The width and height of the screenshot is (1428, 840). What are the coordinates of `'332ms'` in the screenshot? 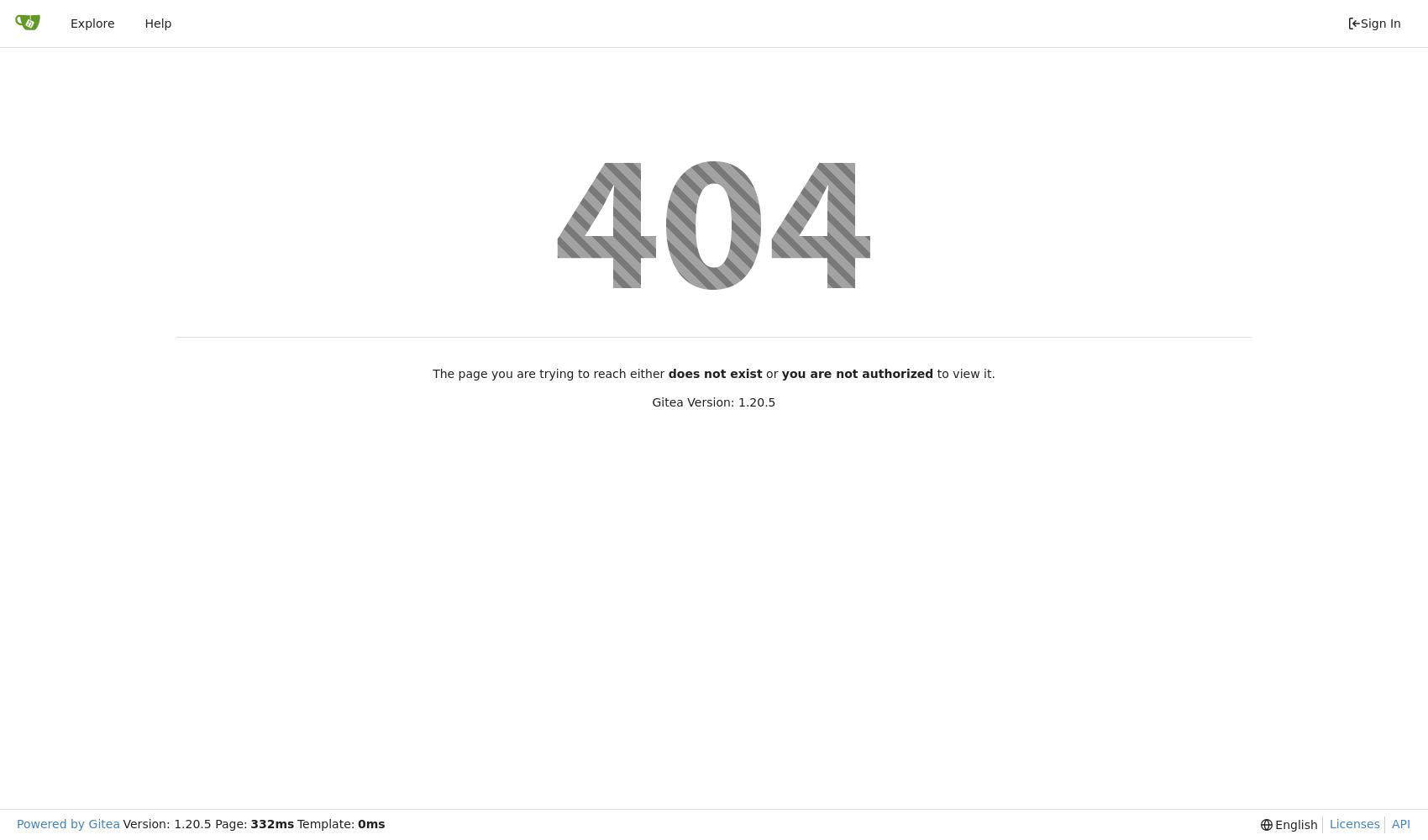 It's located at (271, 823).